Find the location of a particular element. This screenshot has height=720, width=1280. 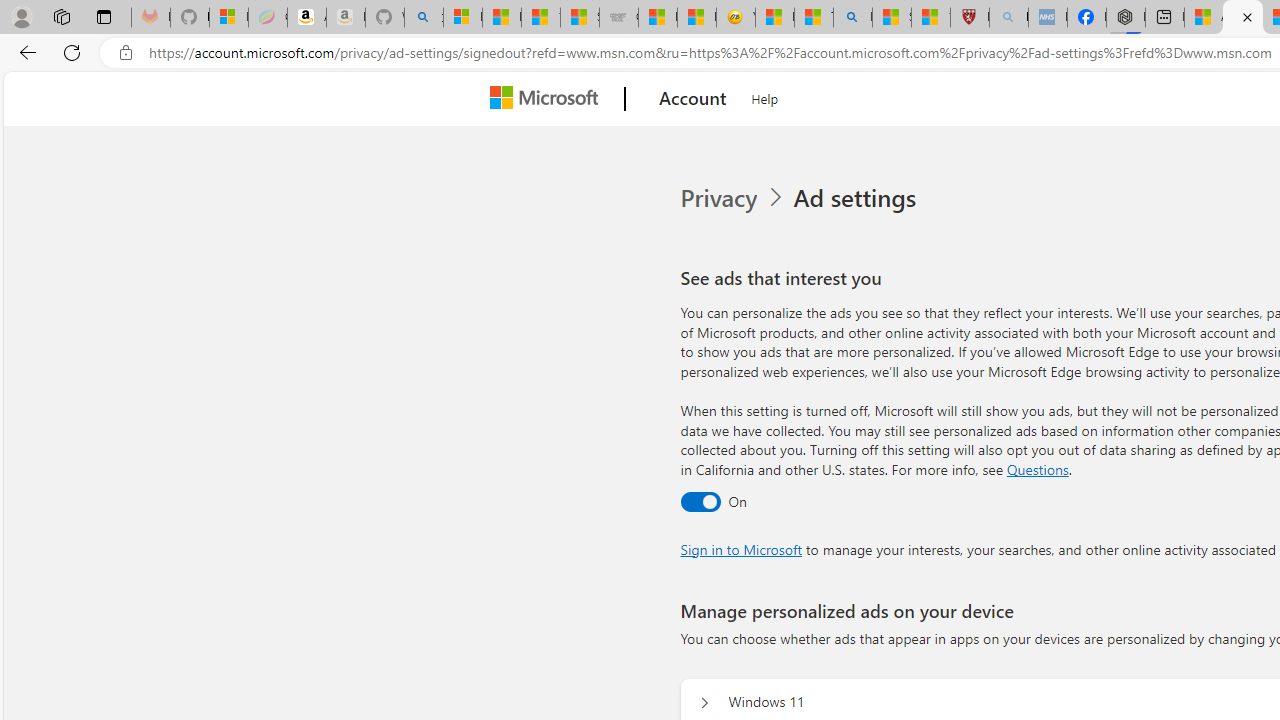

'Close tab' is located at coordinates (1246, 17).